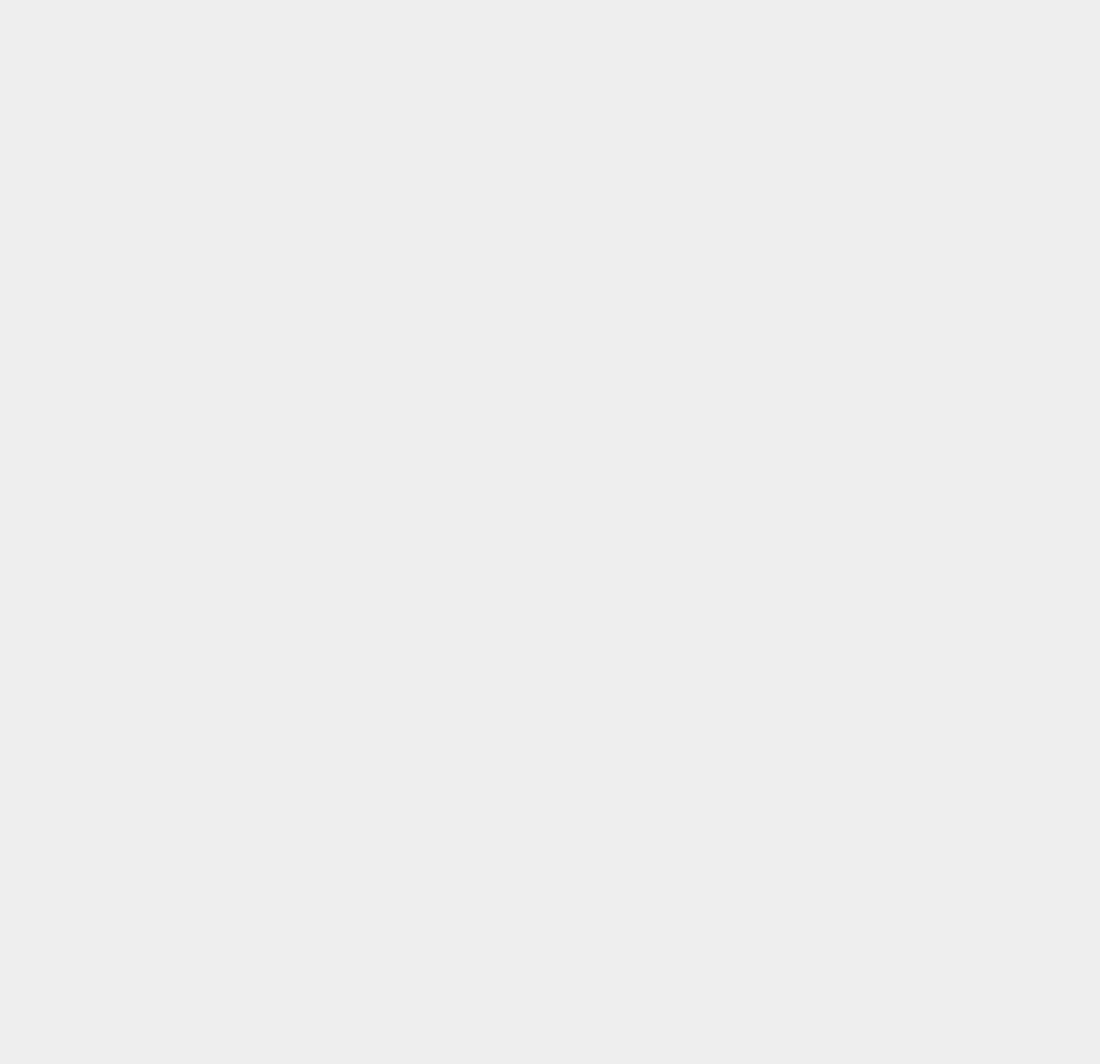  What do you see at coordinates (778, 999) in the screenshot?
I see `'Windows Server 2012'` at bounding box center [778, 999].